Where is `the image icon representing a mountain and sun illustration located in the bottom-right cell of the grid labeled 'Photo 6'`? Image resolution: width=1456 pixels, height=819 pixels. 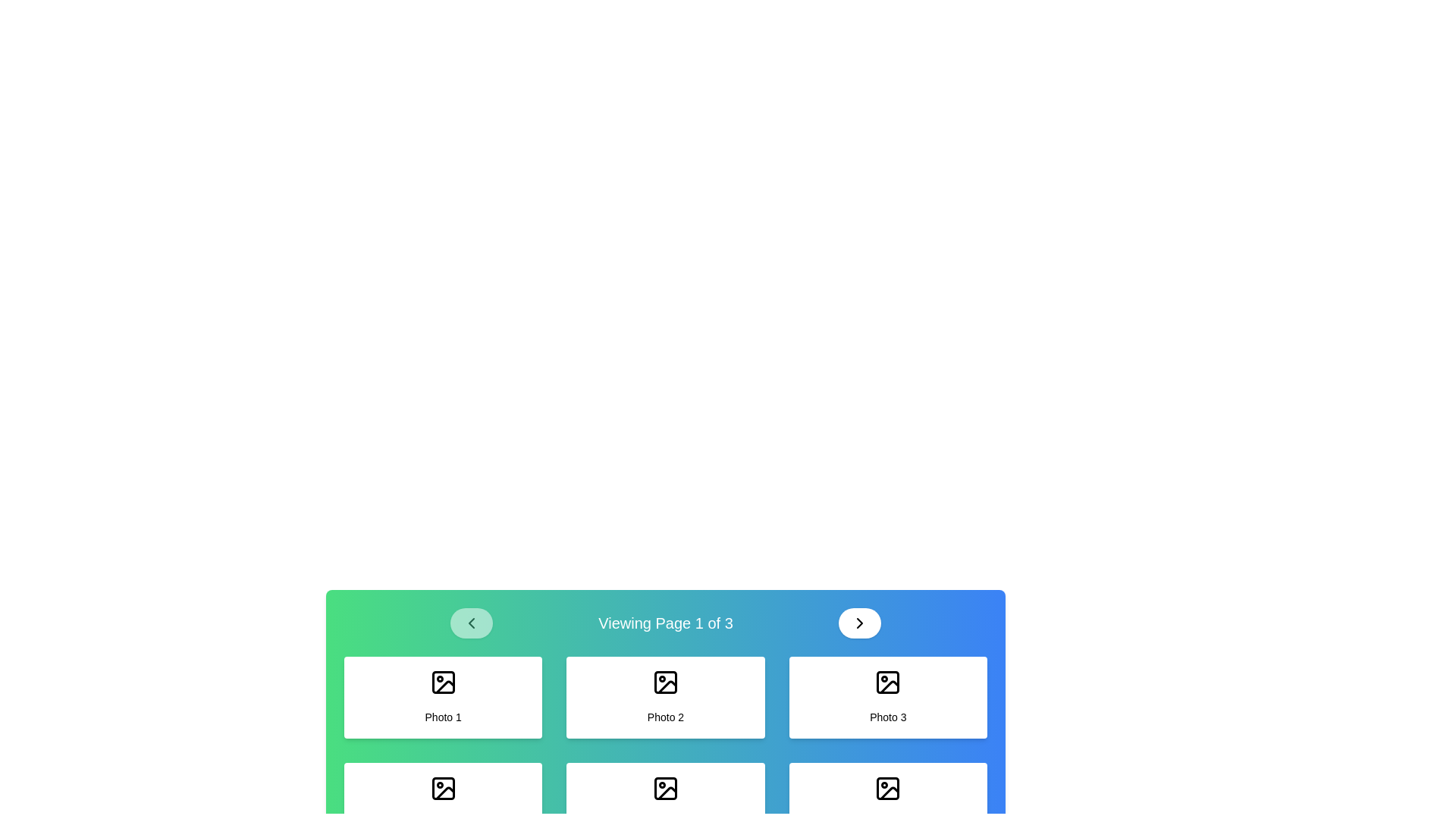 the image icon representing a mountain and sun illustration located in the bottom-right cell of the grid labeled 'Photo 6' is located at coordinates (888, 788).